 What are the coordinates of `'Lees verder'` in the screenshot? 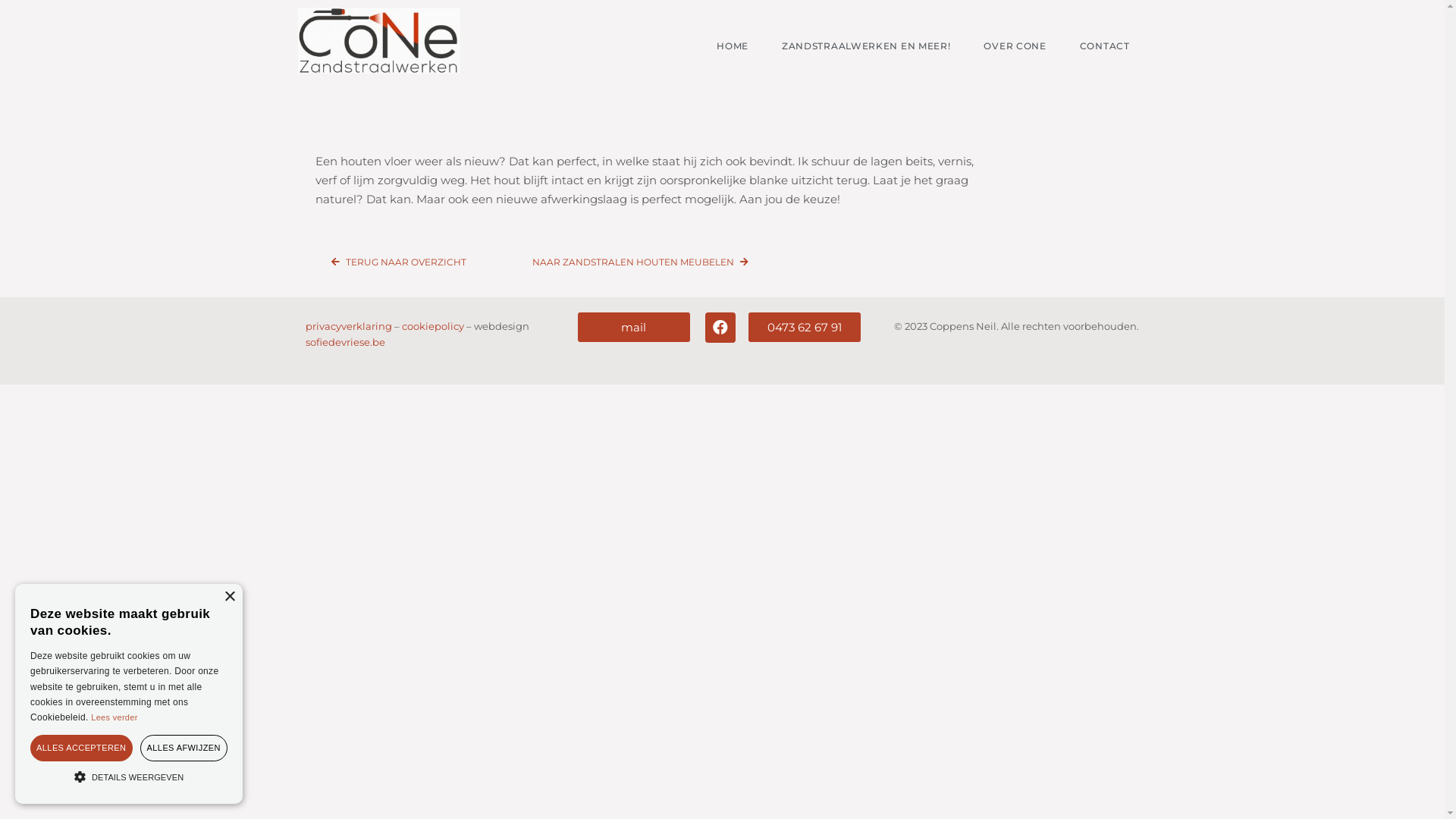 It's located at (113, 717).